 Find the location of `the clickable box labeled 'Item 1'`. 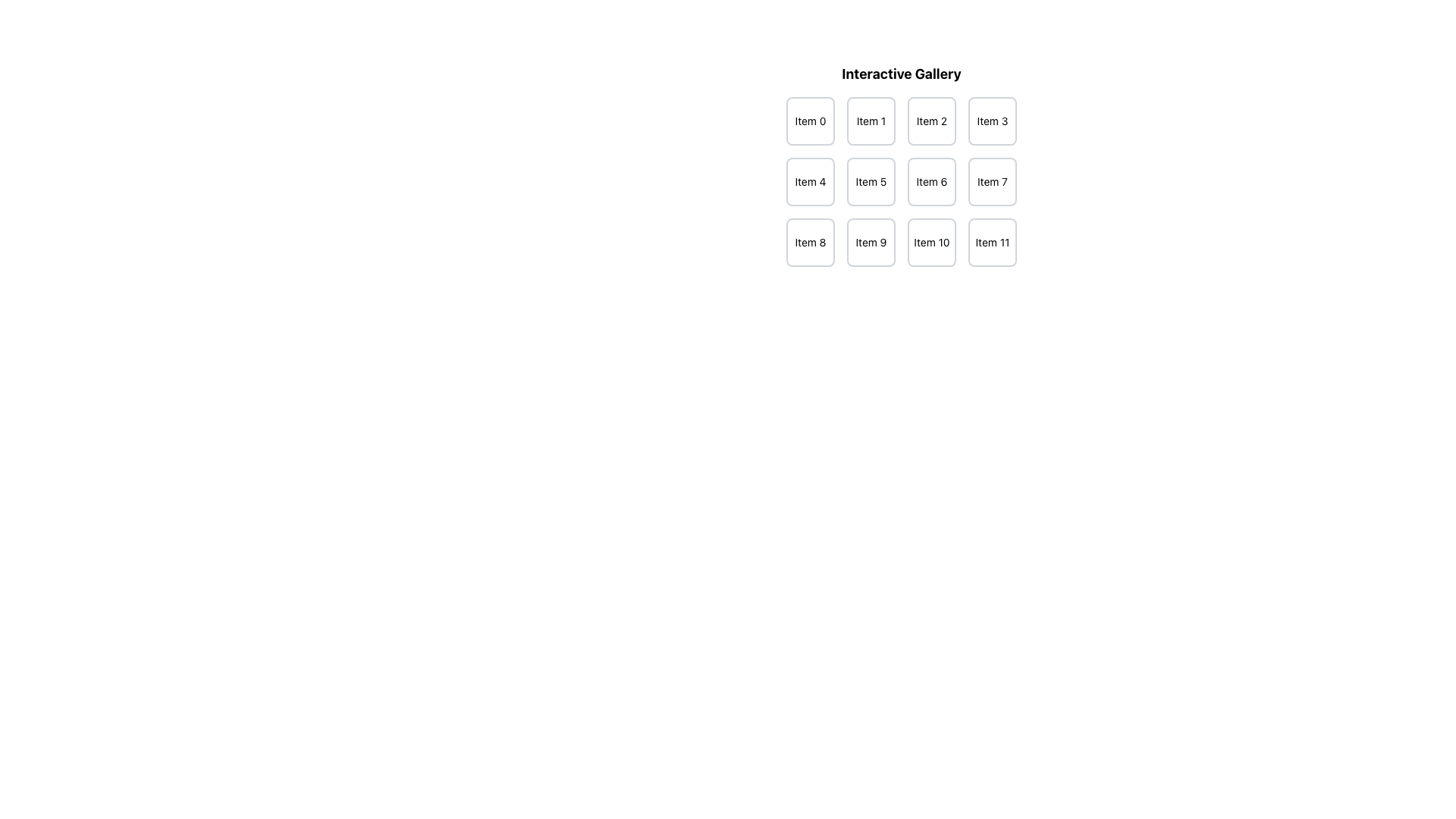

the clickable box labeled 'Item 1' is located at coordinates (871, 120).